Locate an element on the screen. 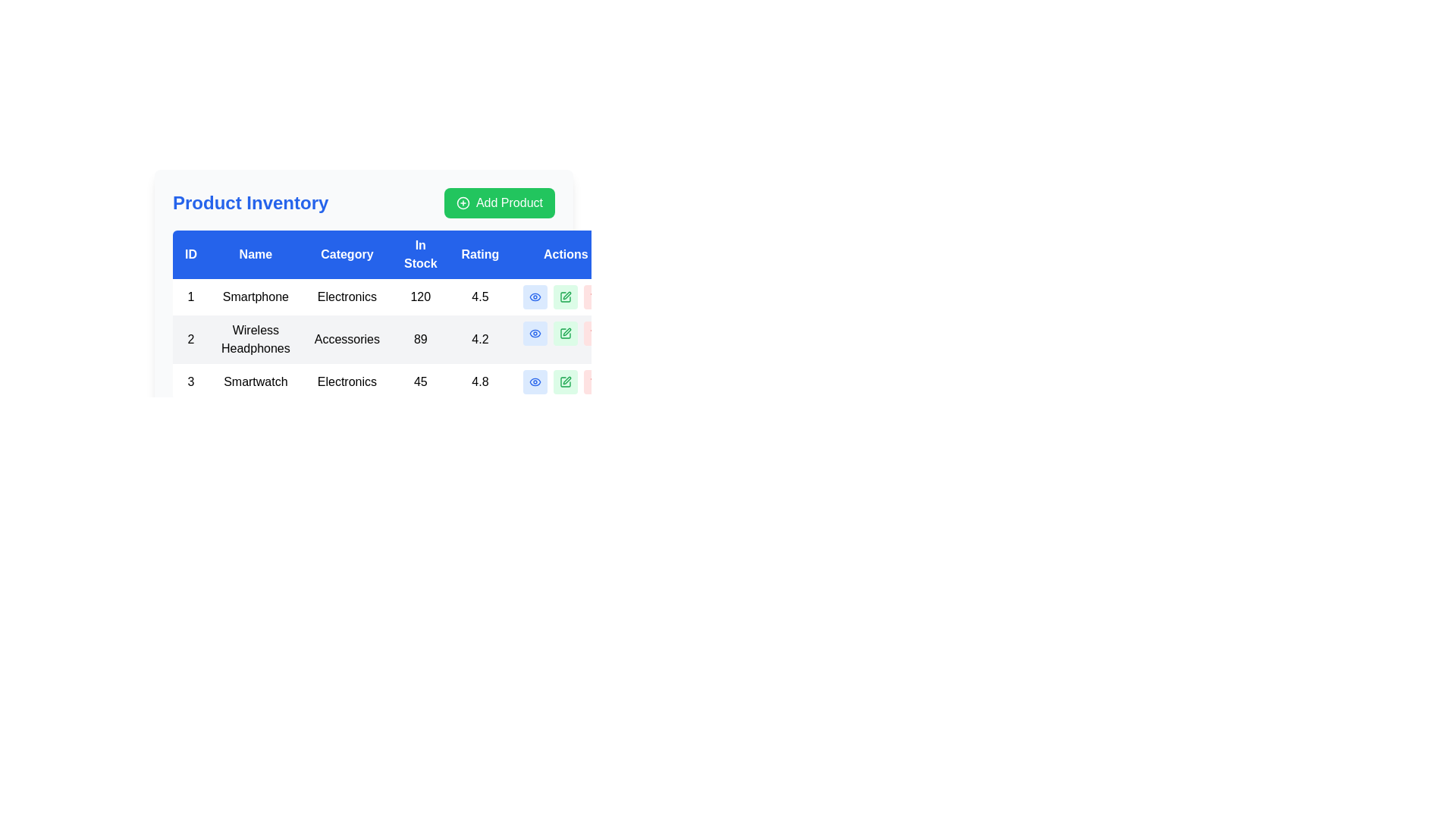  the 'Category' table header is located at coordinates (364, 265).